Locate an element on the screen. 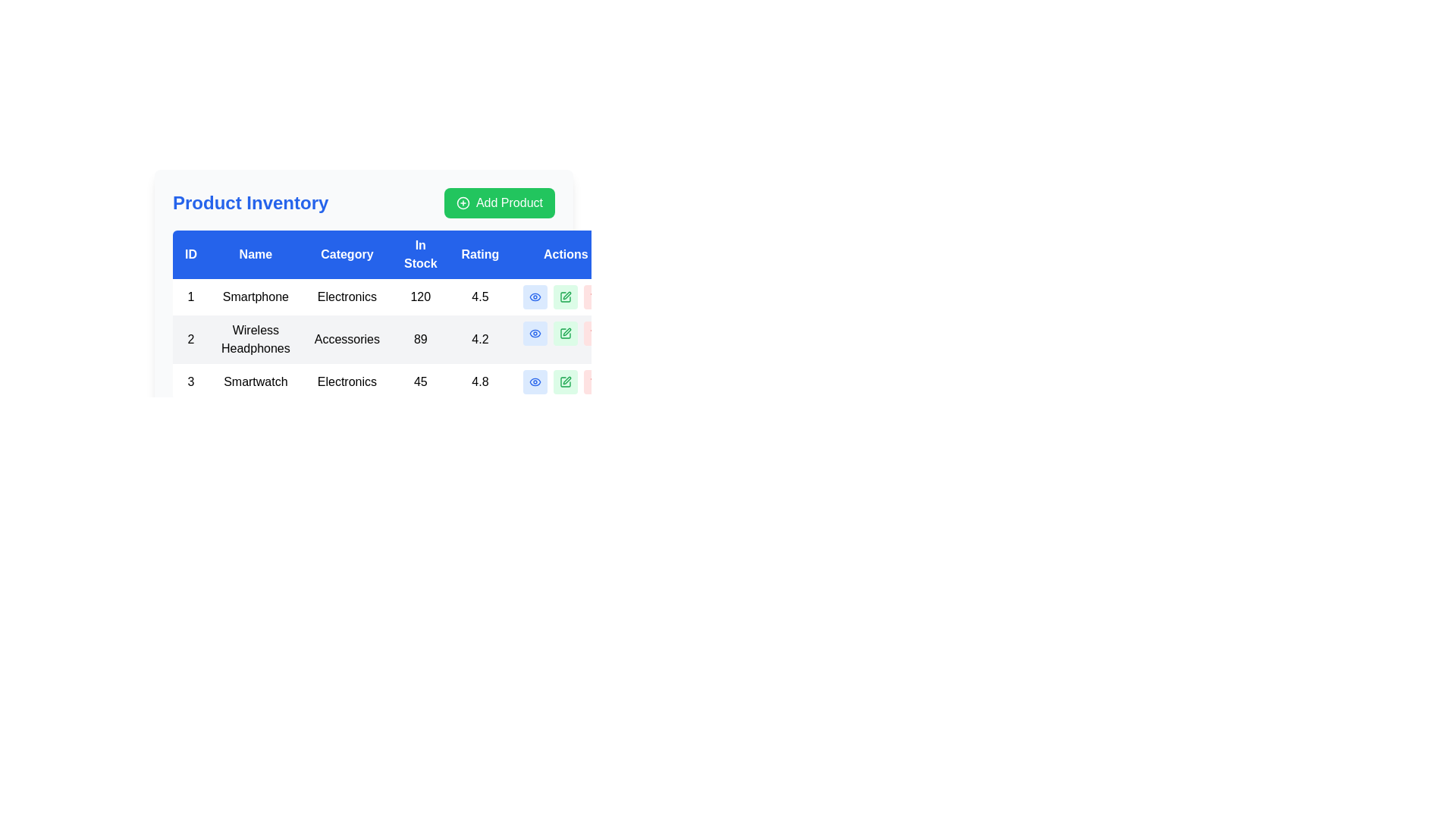  the 'Category' table header is located at coordinates (364, 265).